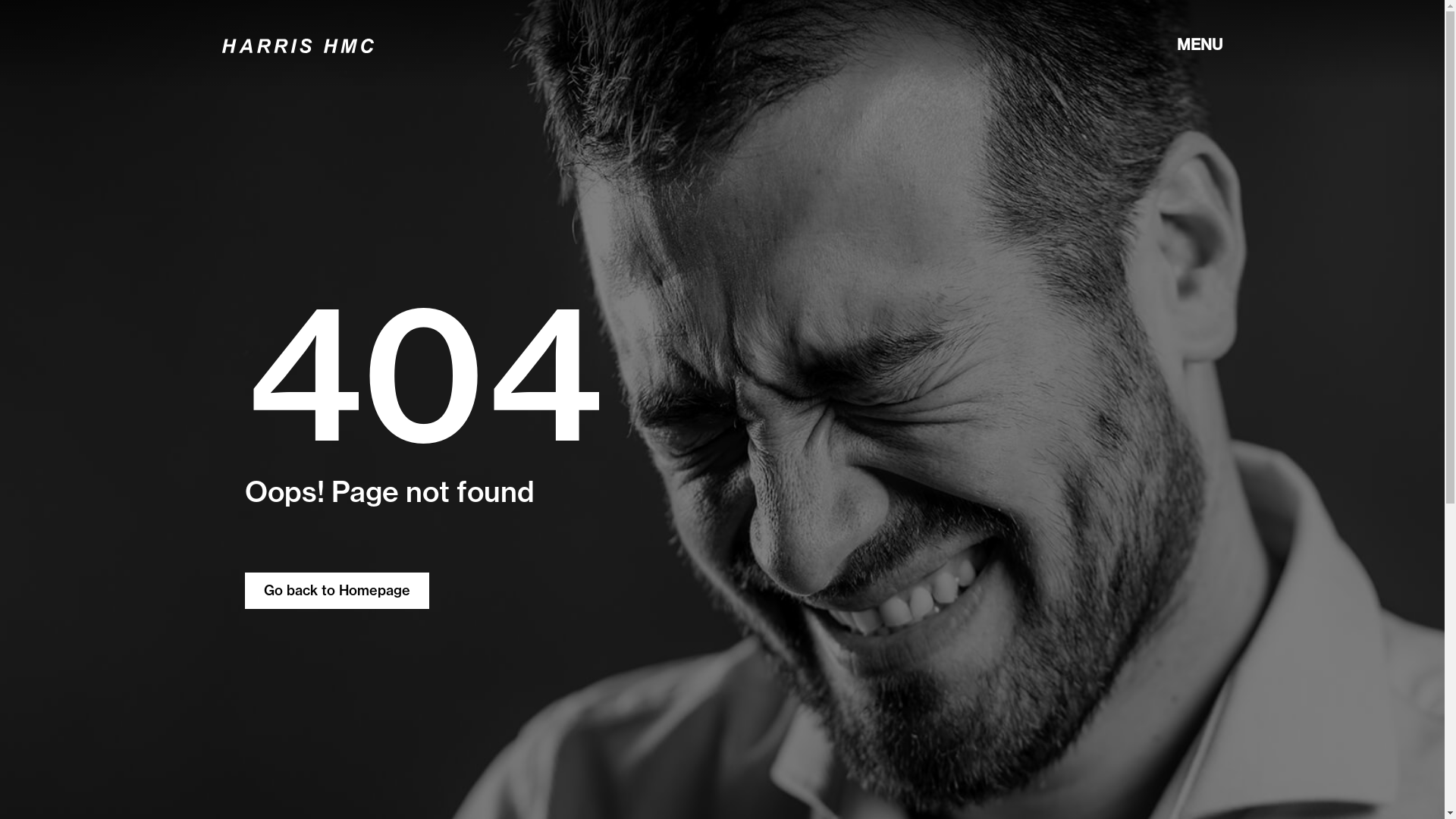 The image size is (1456, 819). I want to click on 'Go back to Homepage', so click(335, 590).